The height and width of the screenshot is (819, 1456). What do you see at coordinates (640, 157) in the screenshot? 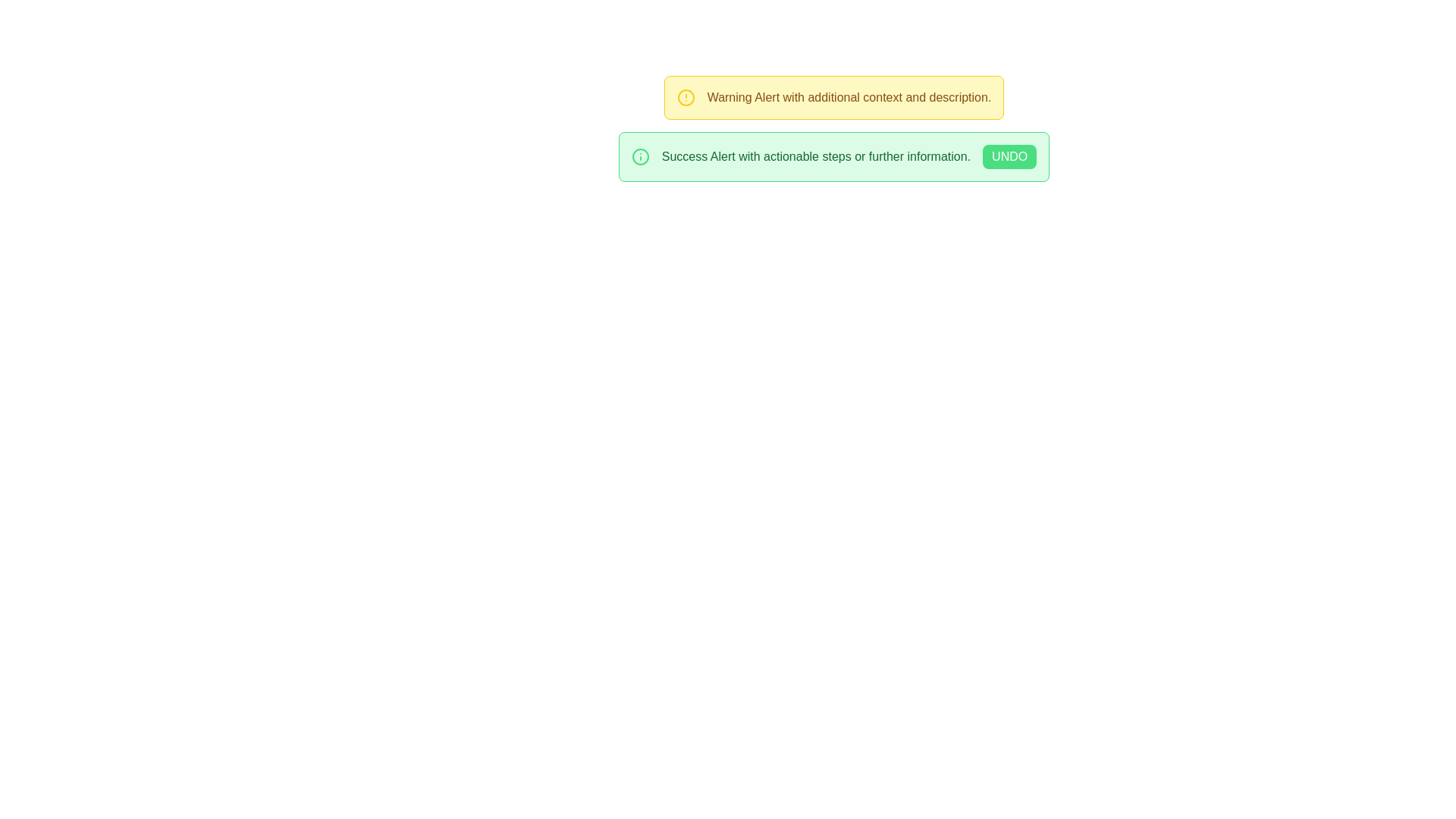
I see `the green circular icon with a white background containing a lowercase 'i' symbol, located in the success notification bar` at bounding box center [640, 157].